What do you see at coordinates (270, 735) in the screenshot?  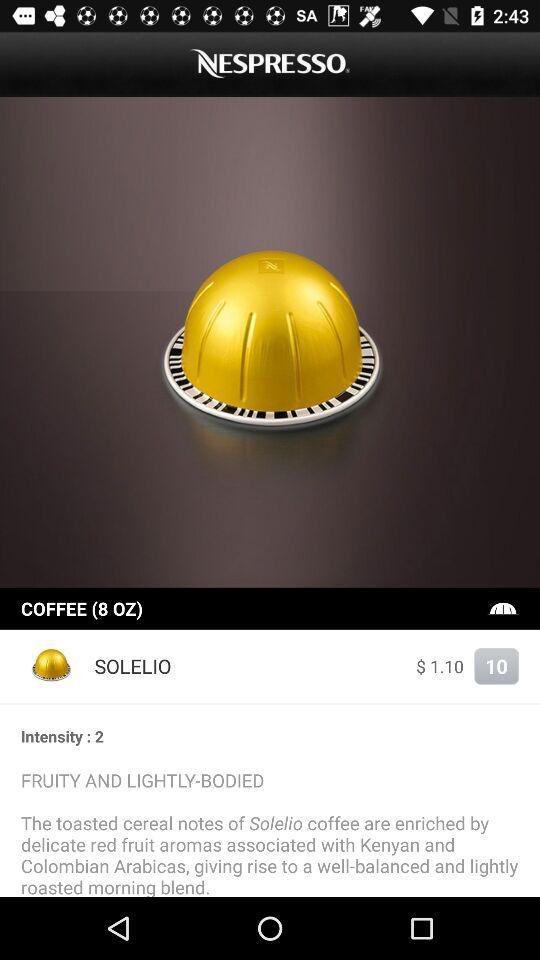 I see `the intensity : 2 icon` at bounding box center [270, 735].